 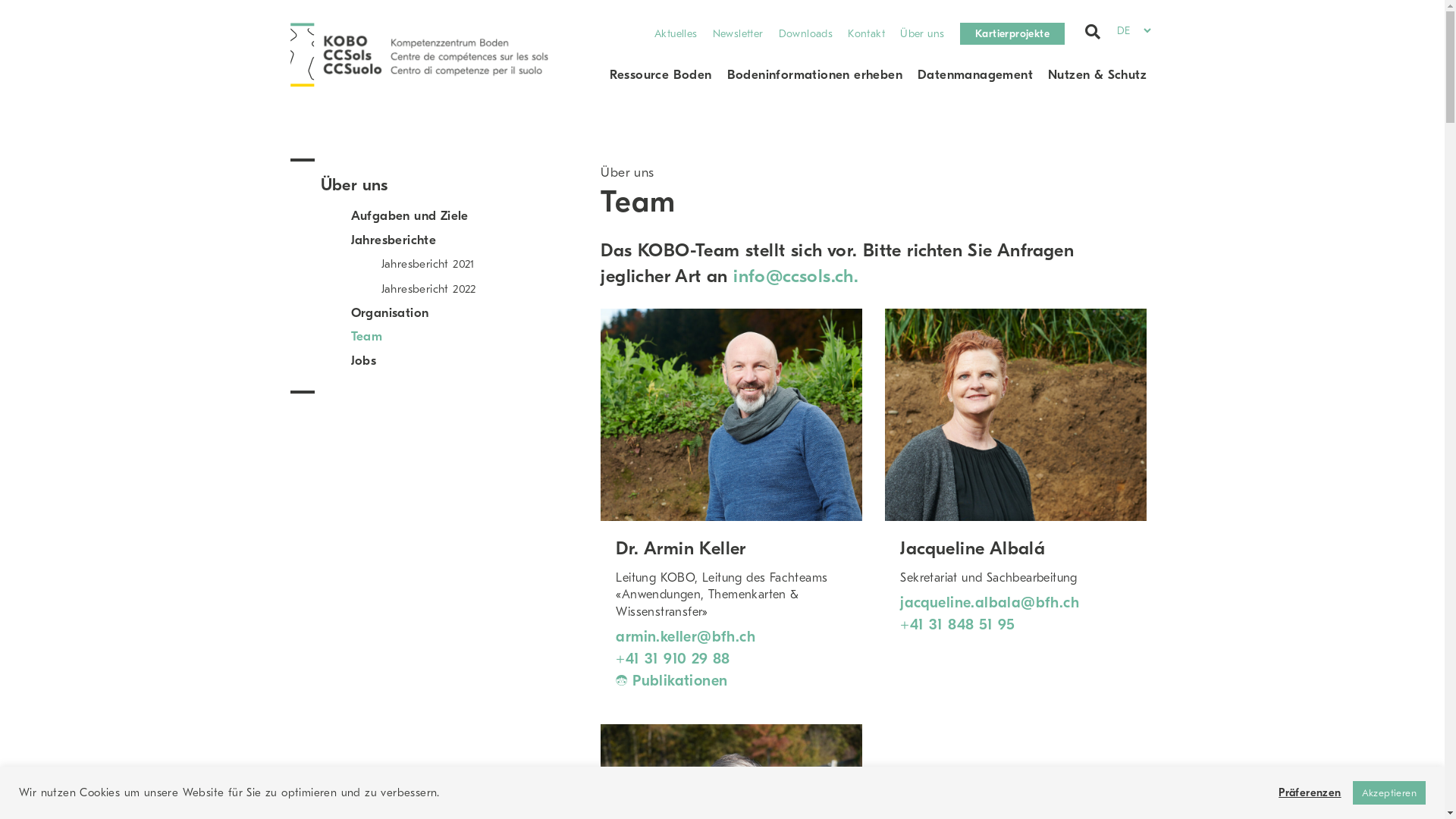 What do you see at coordinates (738, 33) in the screenshot?
I see `'Newsletter'` at bounding box center [738, 33].